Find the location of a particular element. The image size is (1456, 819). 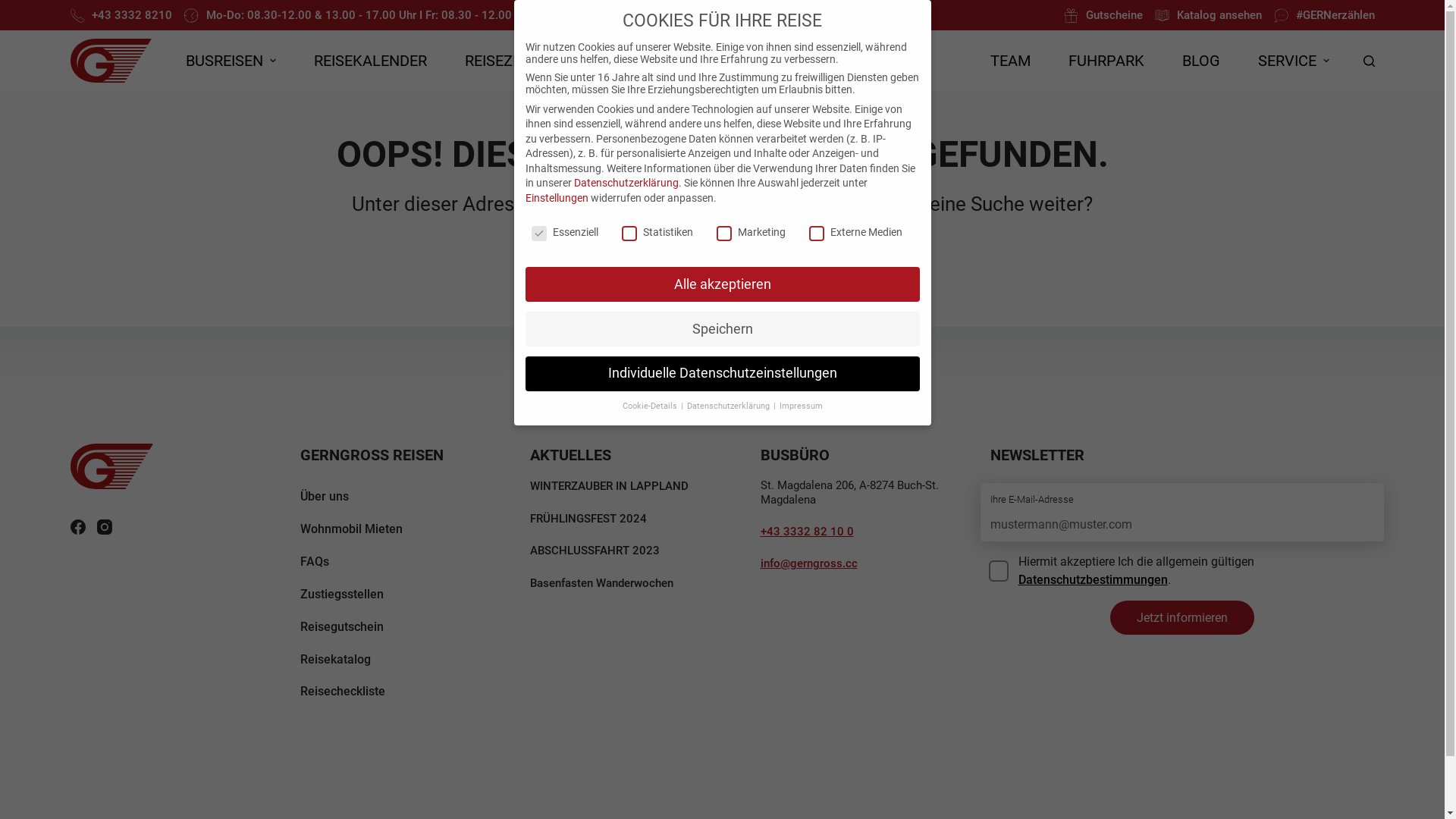

'+43 3332 82 10 0' is located at coordinates (805, 531).